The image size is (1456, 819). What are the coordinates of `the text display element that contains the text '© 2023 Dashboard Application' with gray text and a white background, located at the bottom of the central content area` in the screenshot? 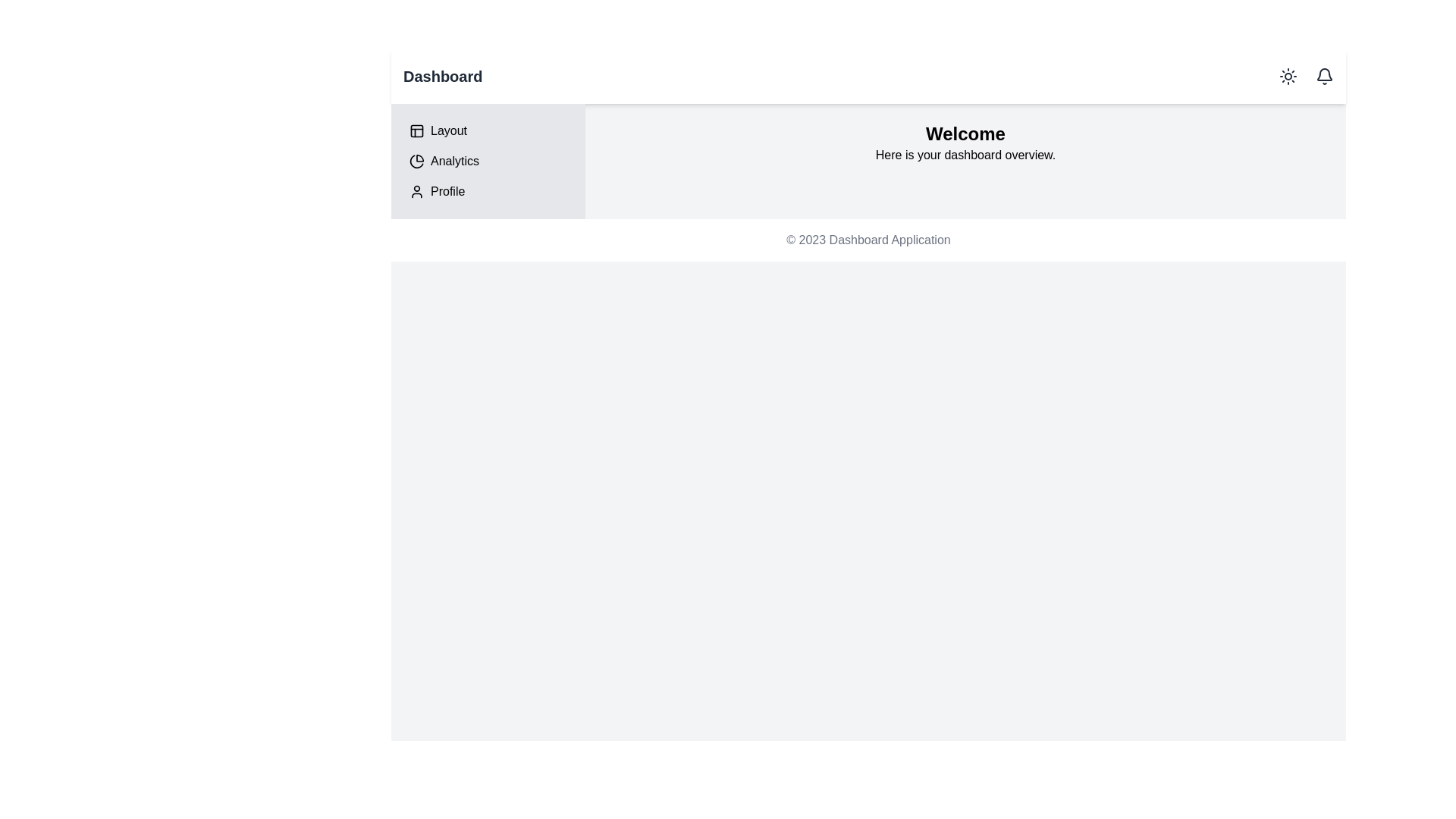 It's located at (868, 239).